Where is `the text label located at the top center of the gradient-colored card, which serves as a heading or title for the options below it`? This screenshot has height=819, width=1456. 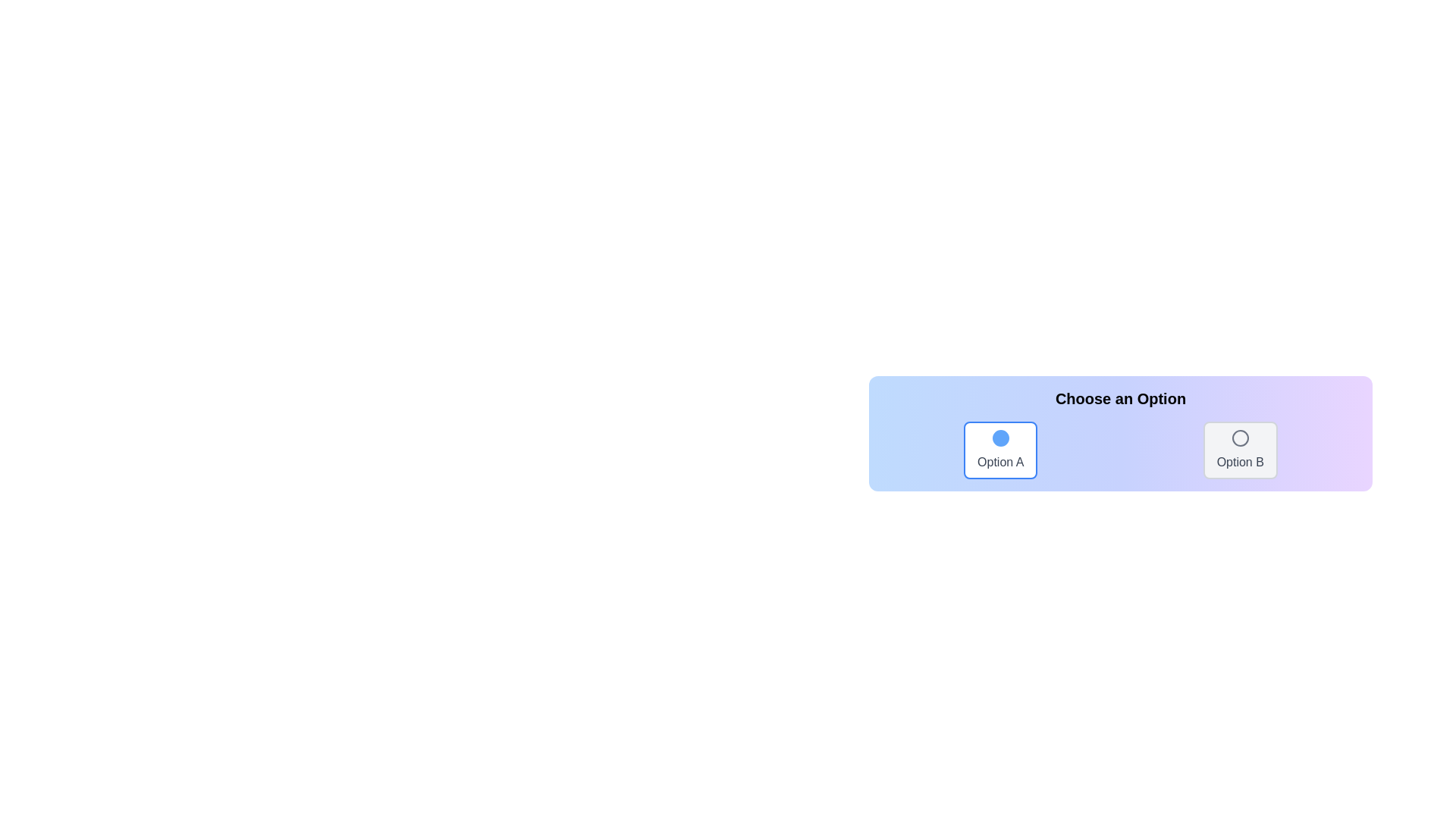
the text label located at the top center of the gradient-colored card, which serves as a heading or title for the options below it is located at coordinates (1121, 397).